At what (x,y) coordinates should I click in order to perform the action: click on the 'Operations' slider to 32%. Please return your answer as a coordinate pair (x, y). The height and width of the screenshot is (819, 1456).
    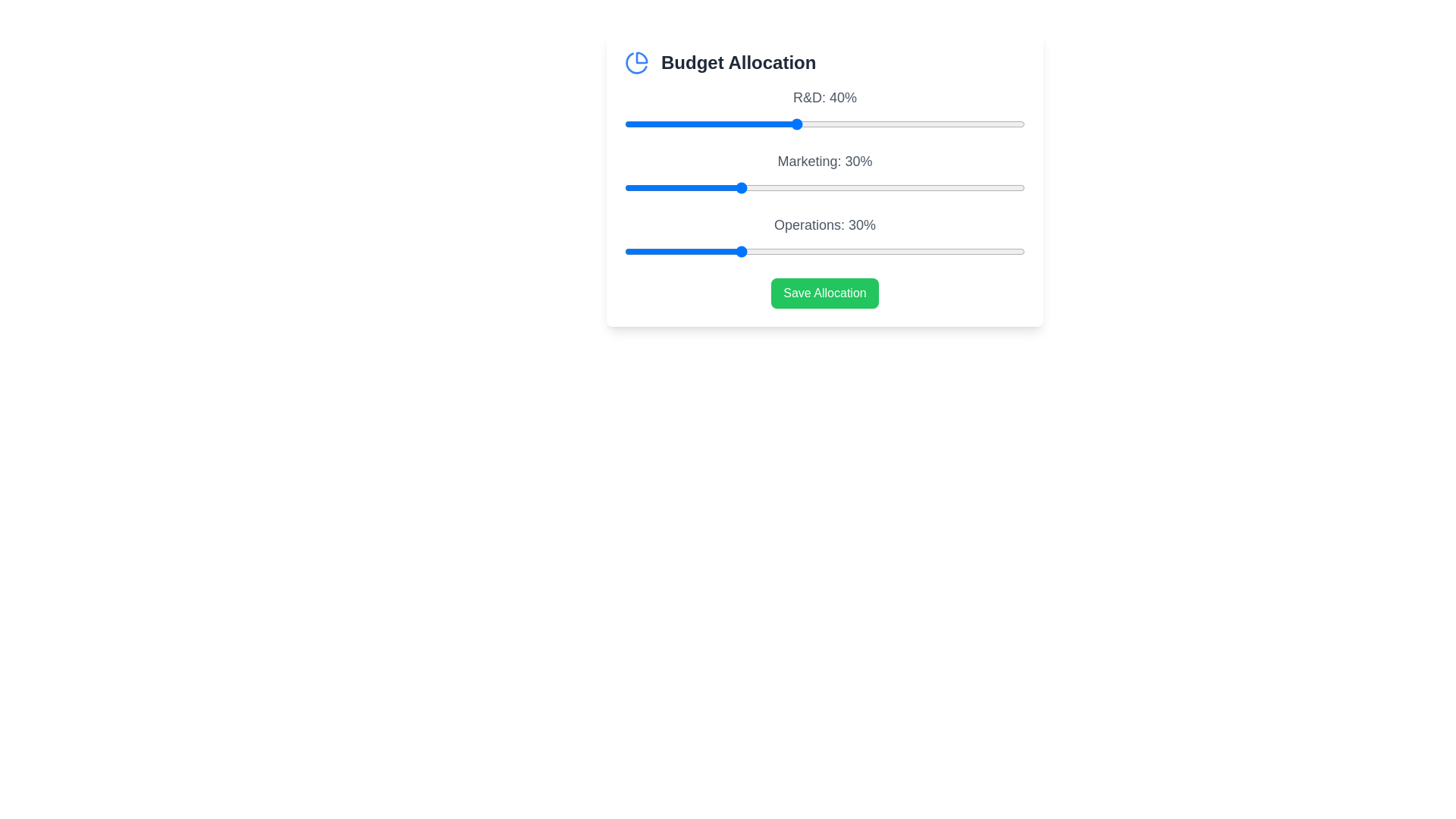
    Looking at the image, I should click on (750, 250).